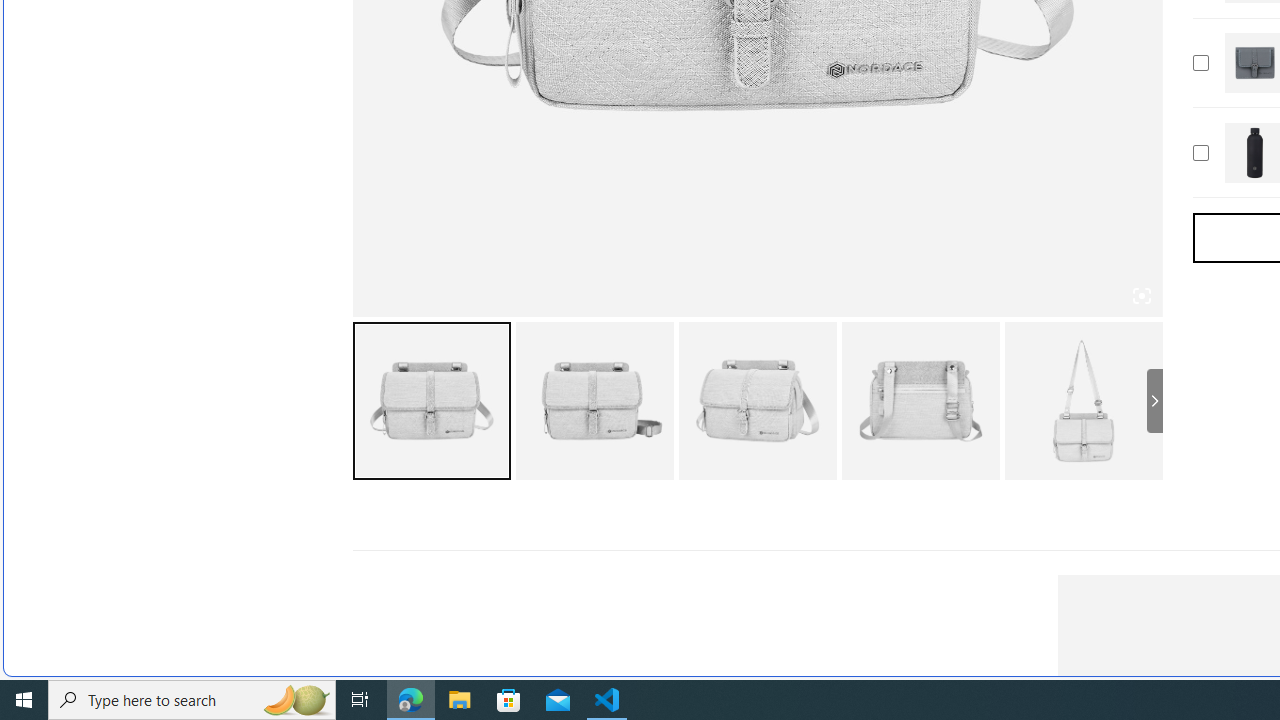 This screenshot has width=1280, height=720. I want to click on 'Class: iconic-woothumbs-fullscreen', so click(1141, 296).